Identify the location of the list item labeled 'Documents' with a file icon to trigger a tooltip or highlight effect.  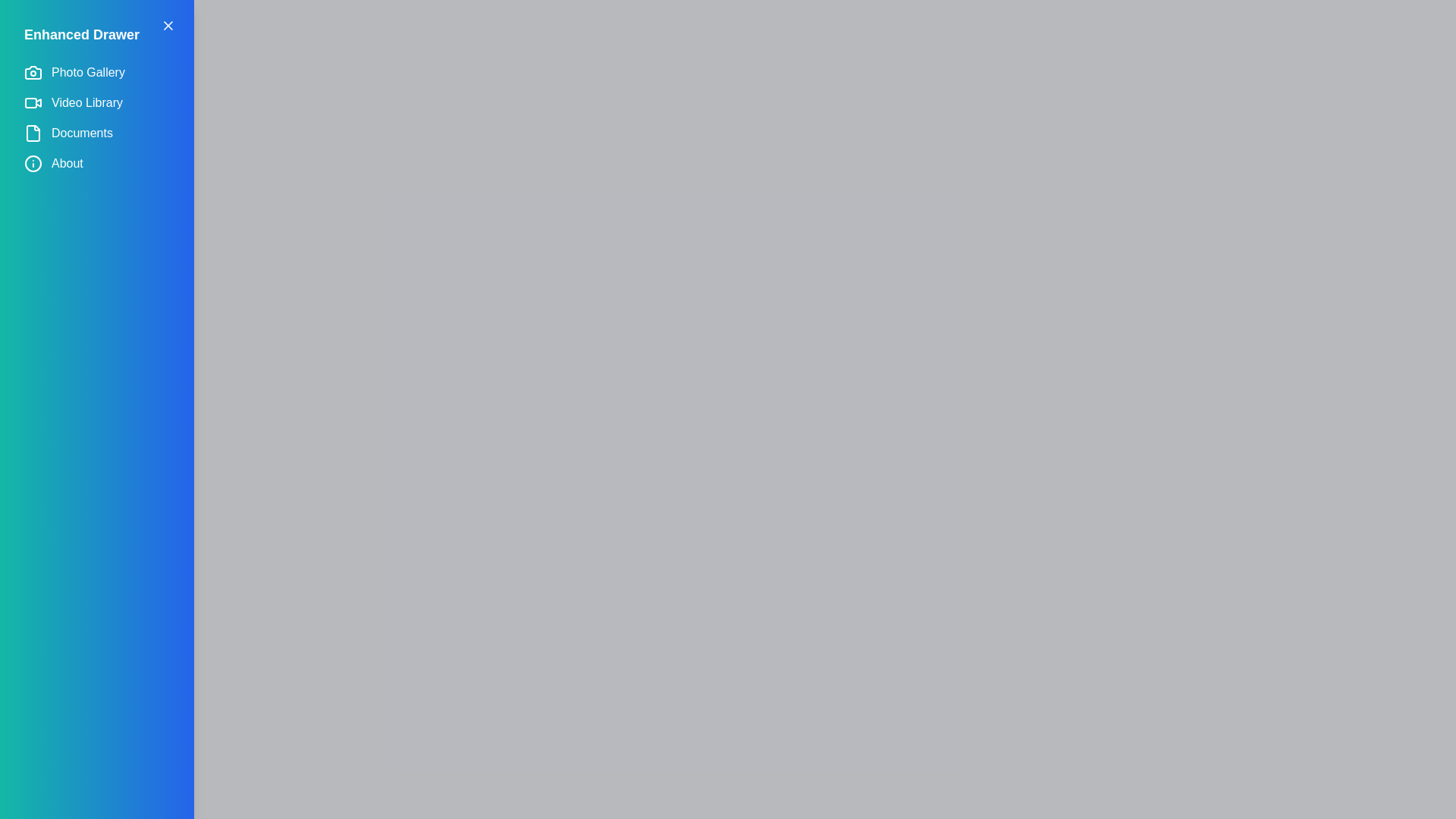
(96, 133).